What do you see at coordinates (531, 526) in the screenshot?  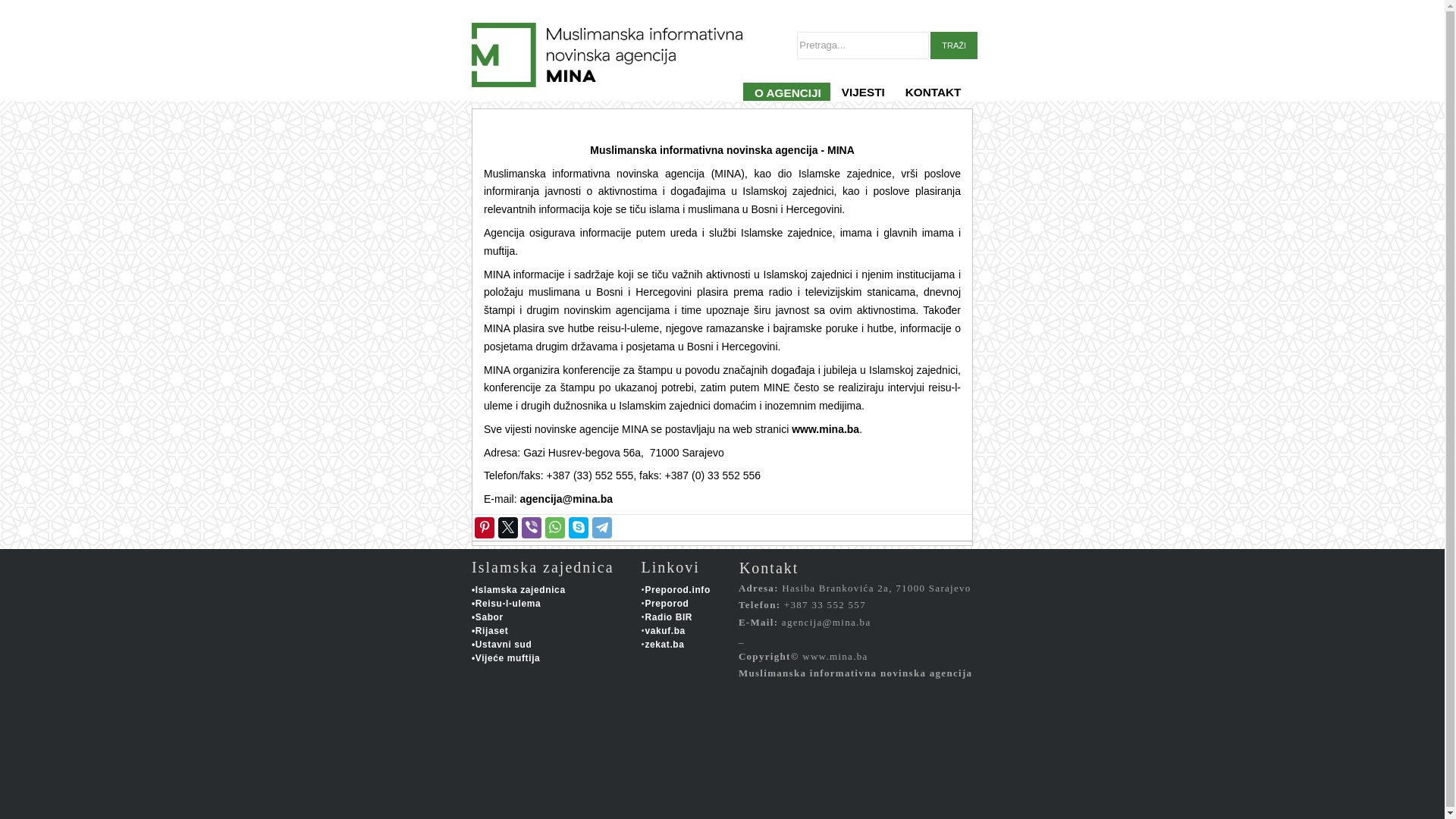 I see `'Viber'` at bounding box center [531, 526].